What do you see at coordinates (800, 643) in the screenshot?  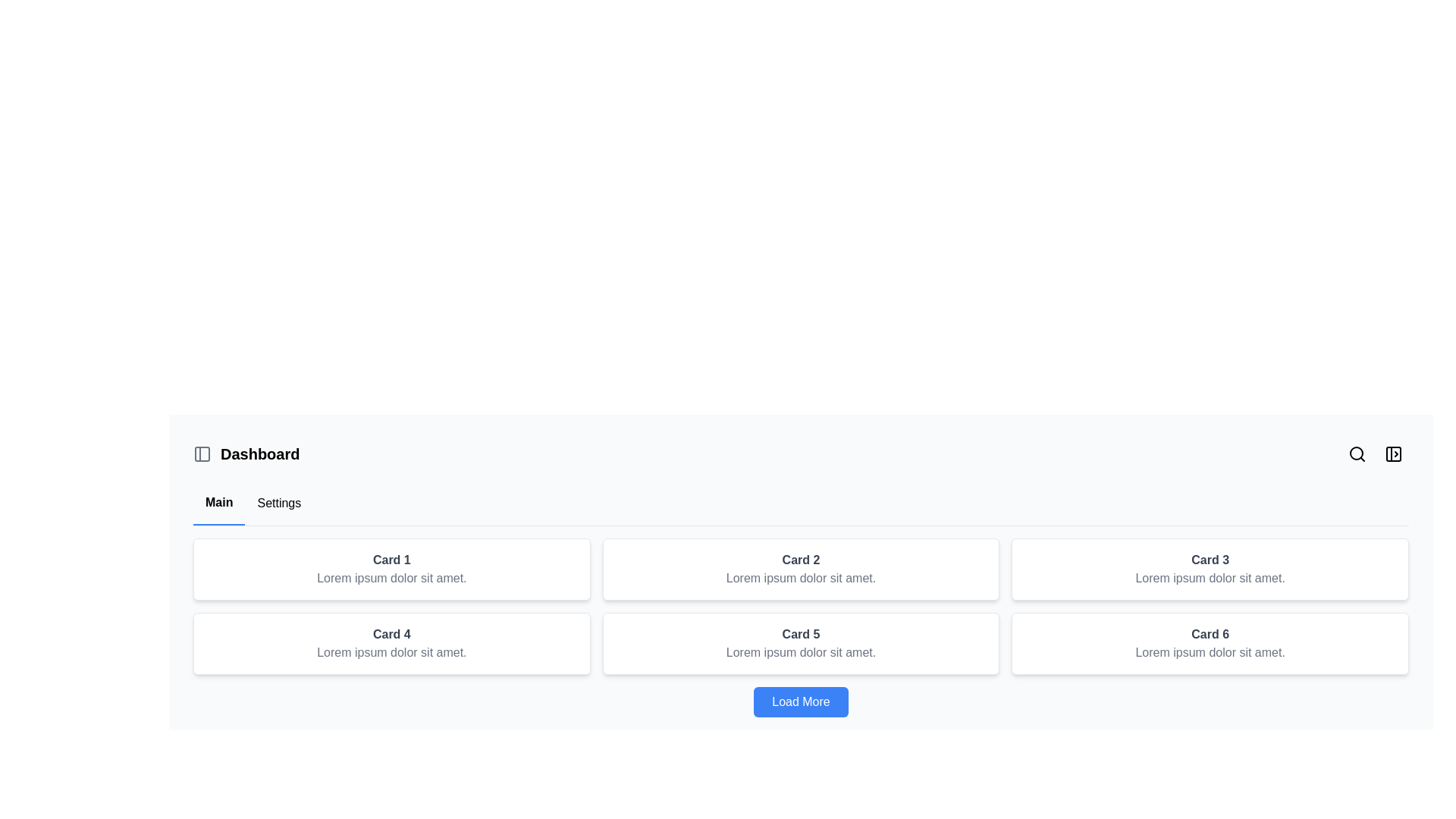 I see `the information displayed on the card located in the middle column of the bottom row in a grid layout, positioned between 'Card 4' and 'Card 6'` at bounding box center [800, 643].